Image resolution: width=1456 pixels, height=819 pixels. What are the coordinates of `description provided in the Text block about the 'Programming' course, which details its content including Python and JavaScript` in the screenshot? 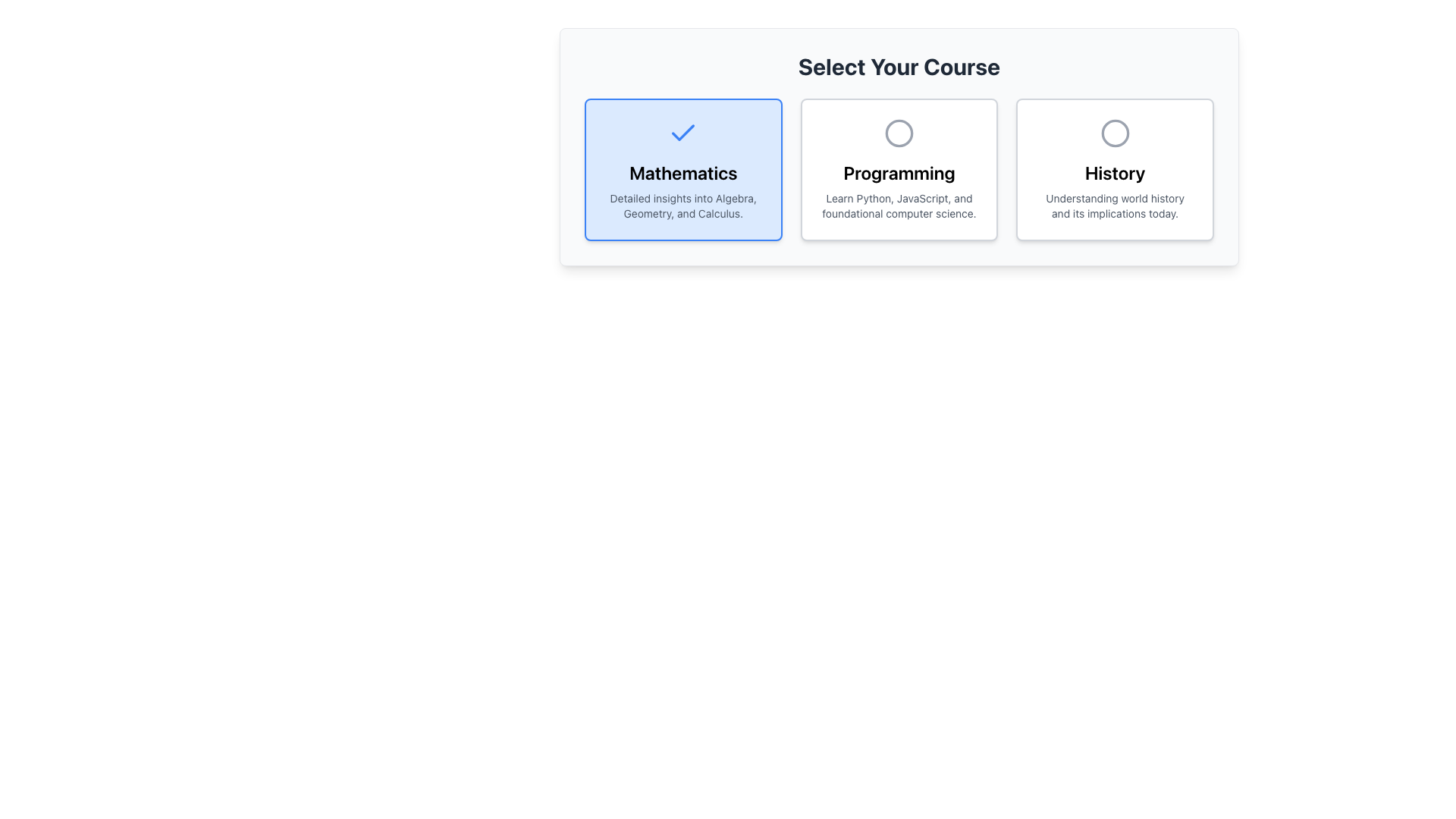 It's located at (899, 206).